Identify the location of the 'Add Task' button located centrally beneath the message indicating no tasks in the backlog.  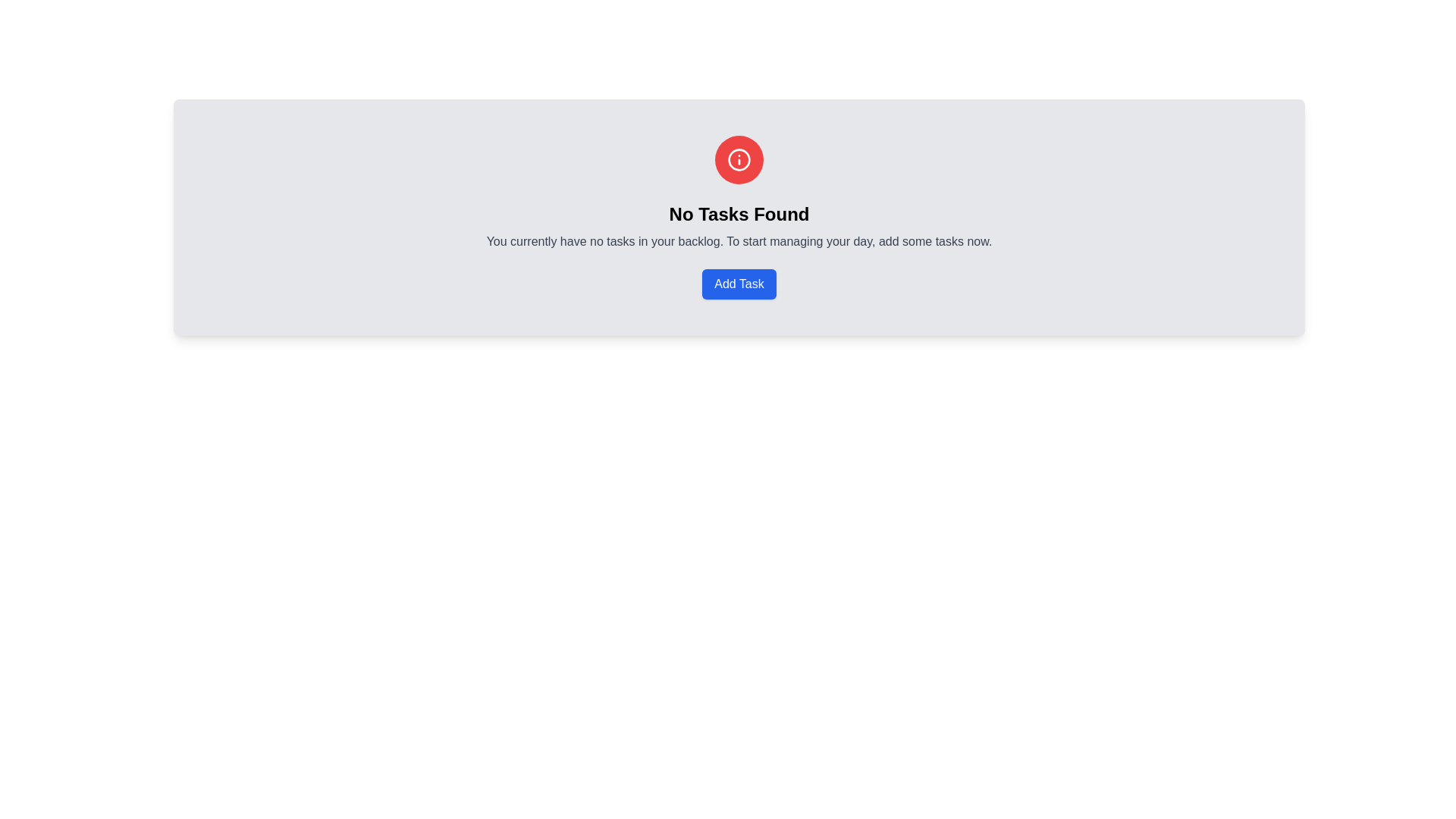
(739, 284).